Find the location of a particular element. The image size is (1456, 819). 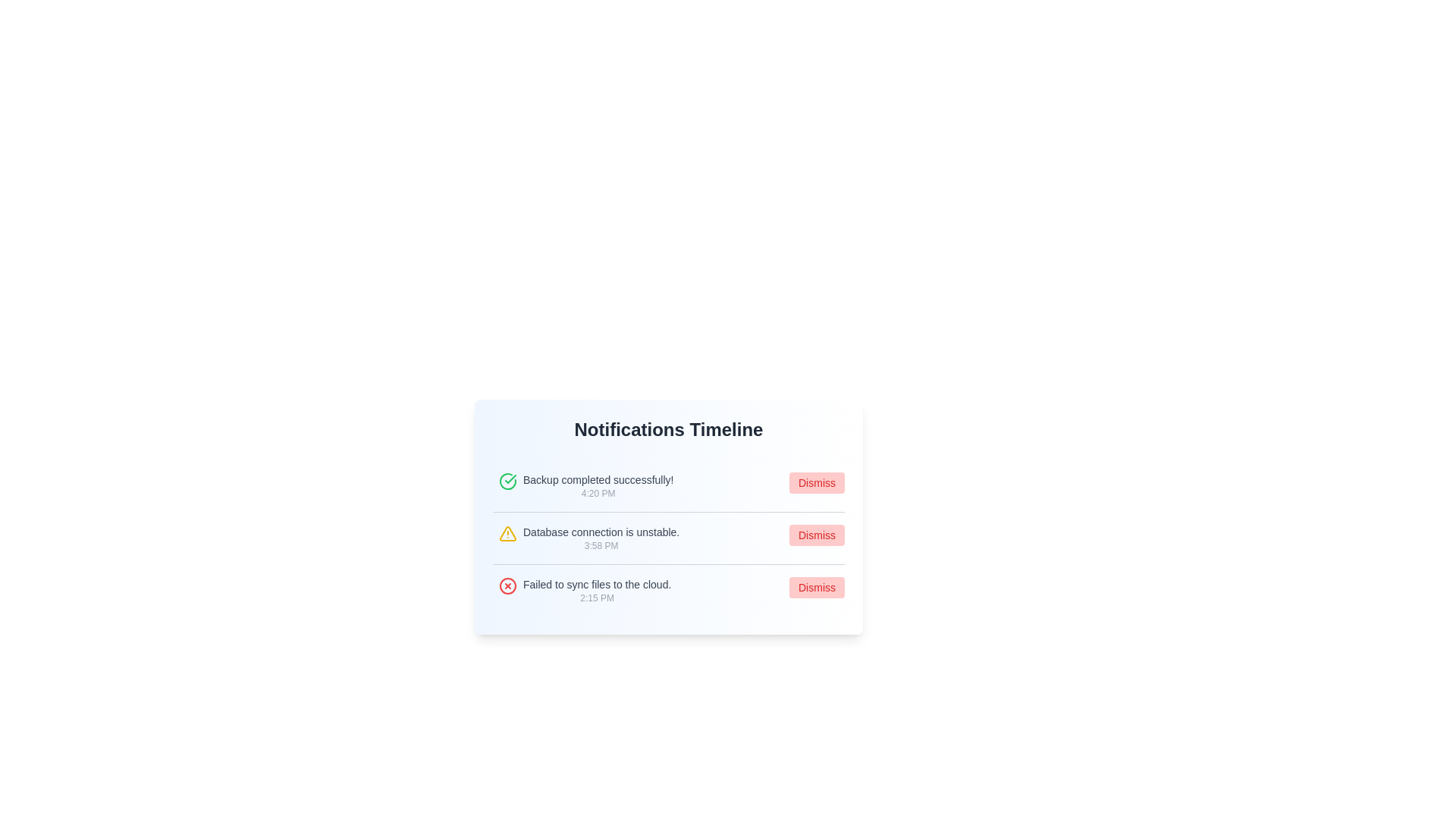

the text label that communicates the successful completion of a backup in the 'Notifications Timeline' section, which is the first item in the list is located at coordinates (598, 479).